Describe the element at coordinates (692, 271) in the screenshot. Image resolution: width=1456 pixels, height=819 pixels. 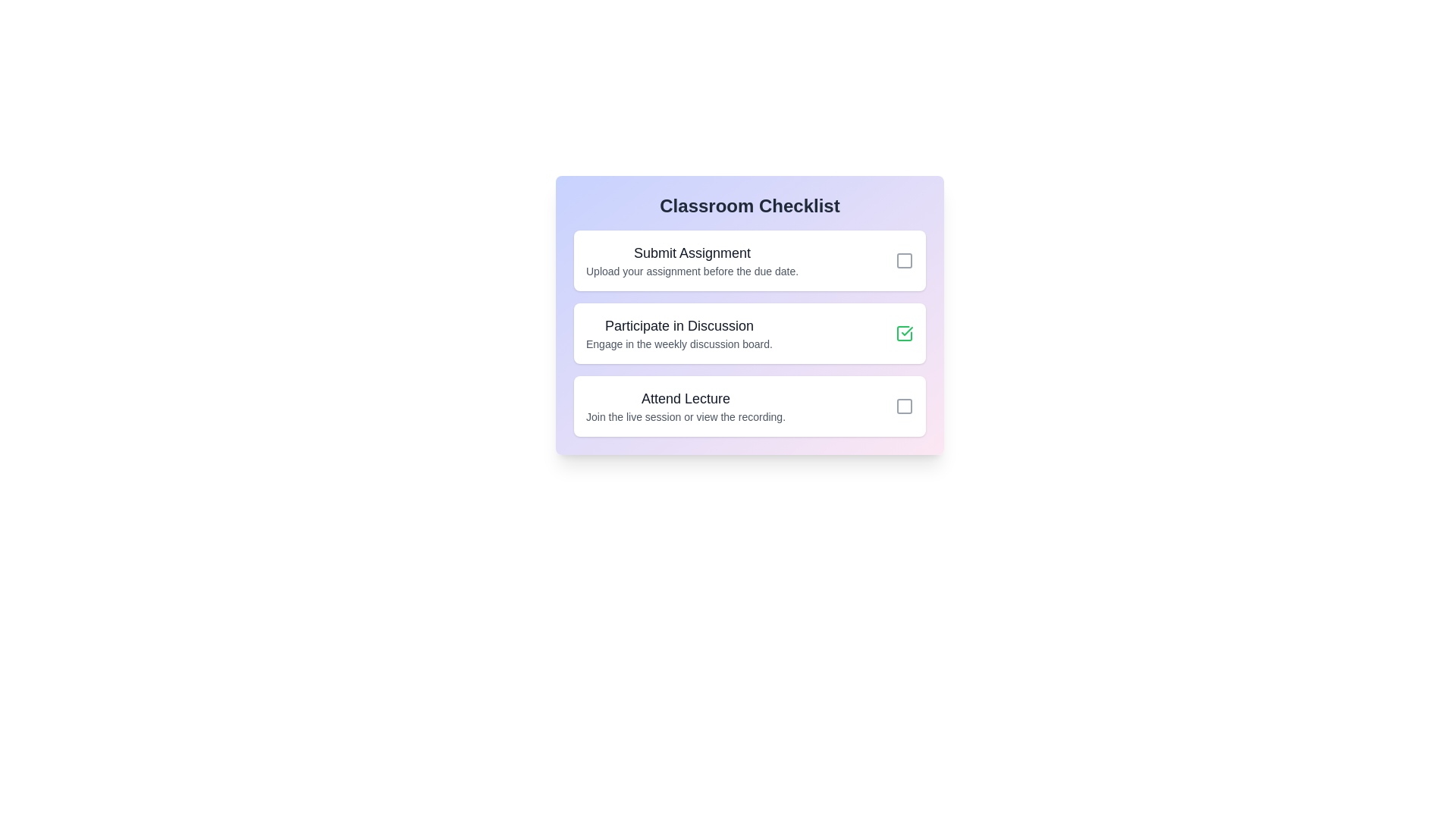
I see `the text element reading 'Upload your assignment before the due date.' which is styled in gray and positioned below the 'Submit Assignment' title` at that location.